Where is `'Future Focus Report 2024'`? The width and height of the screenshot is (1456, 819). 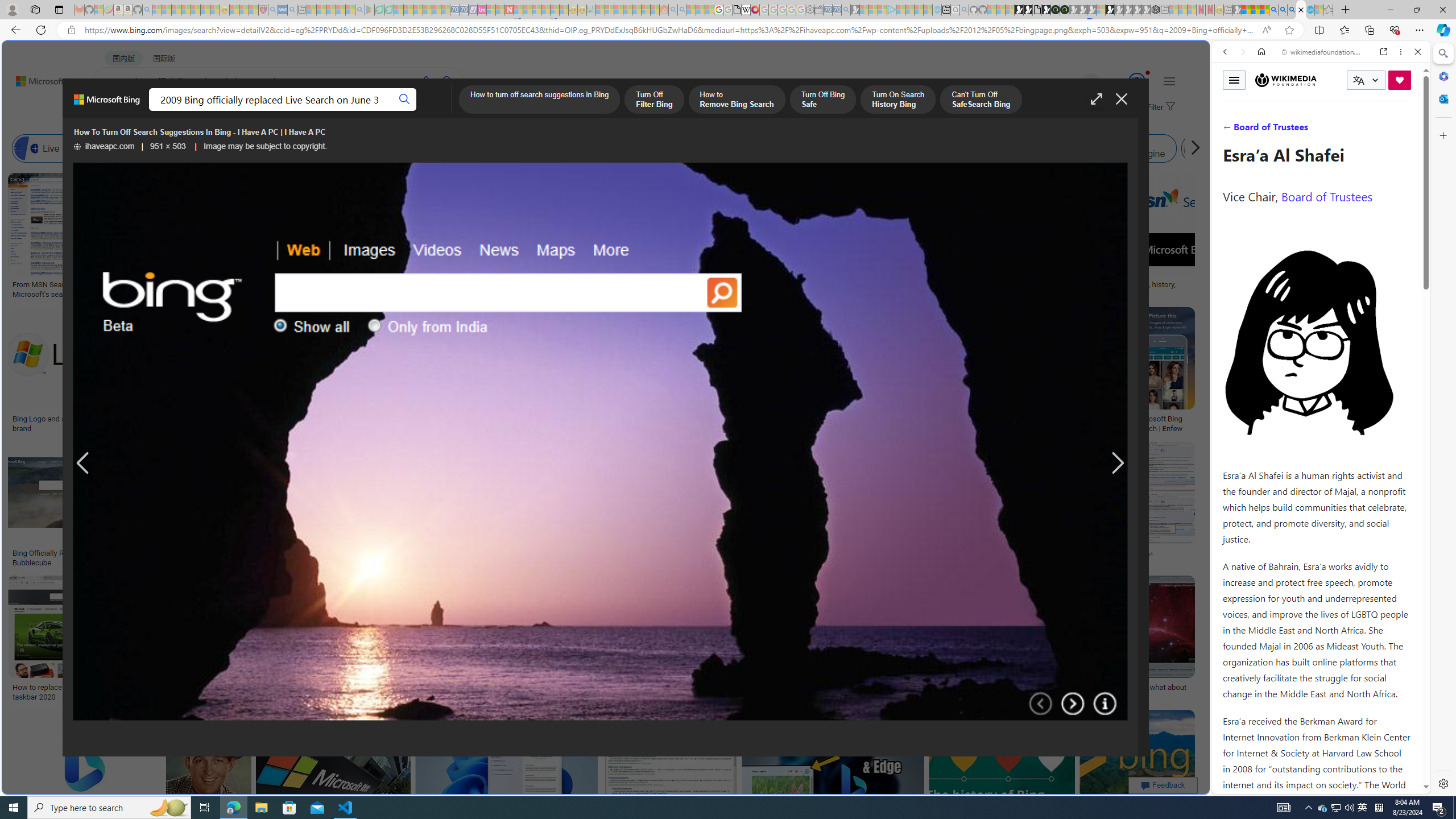
'Future Focus Report 2024' is located at coordinates (1064, 9).